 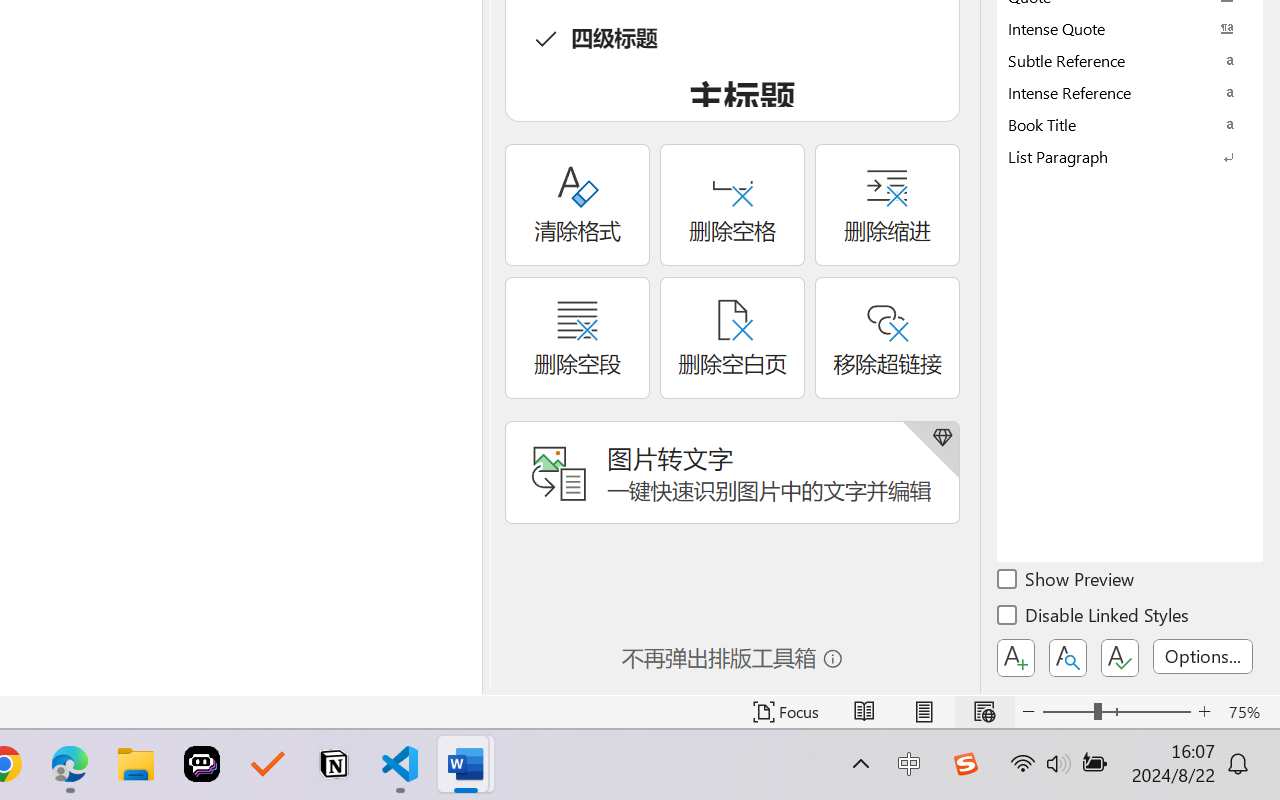 What do you see at coordinates (984, 711) in the screenshot?
I see `'Web Layout'` at bounding box center [984, 711].